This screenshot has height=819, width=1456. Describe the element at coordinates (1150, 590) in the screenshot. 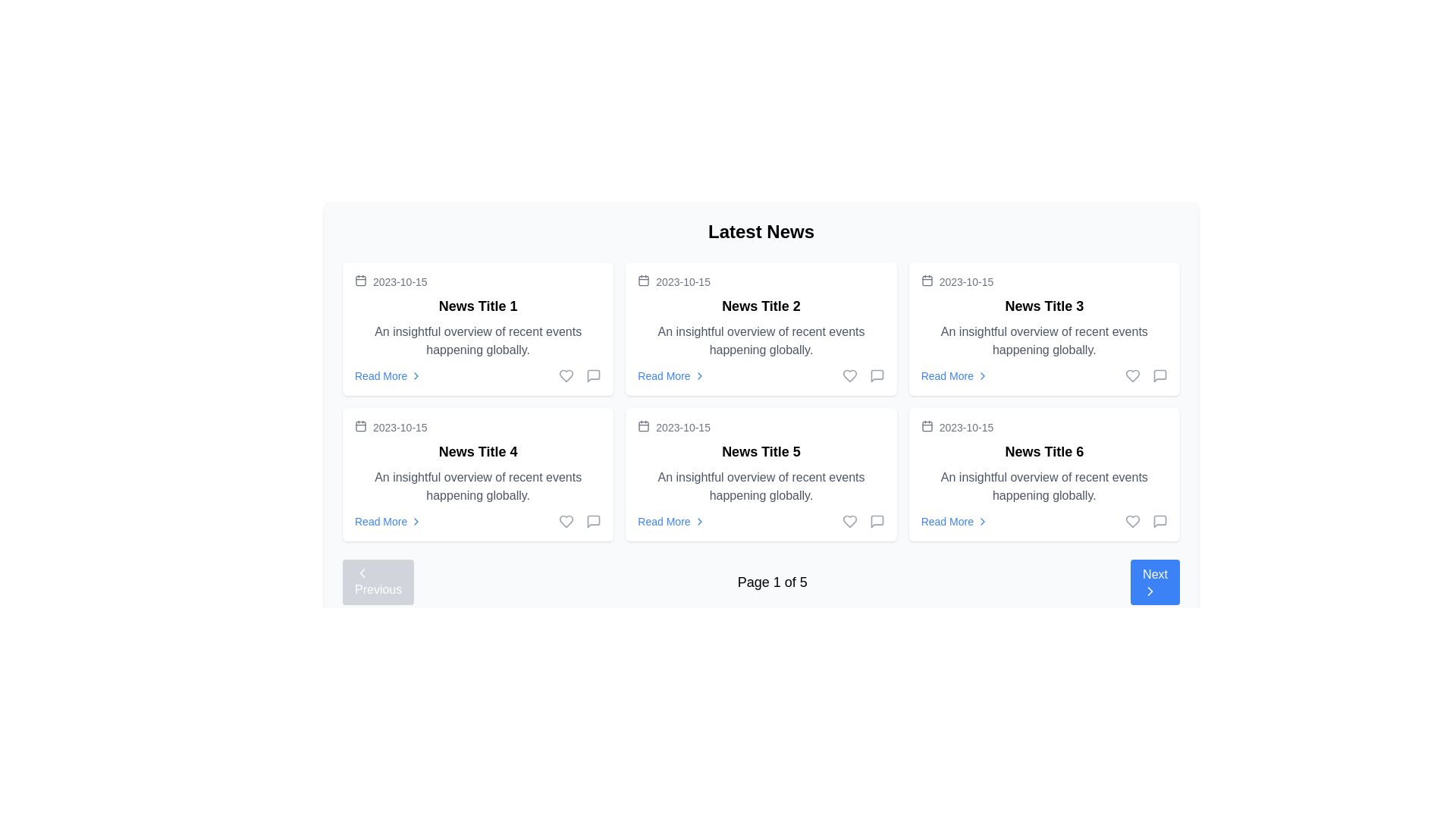

I see `the right-chevron icon, which is located at the center of the 'Next' button in the bottom-right segment of the interface, indicating navigation to the next action` at that location.